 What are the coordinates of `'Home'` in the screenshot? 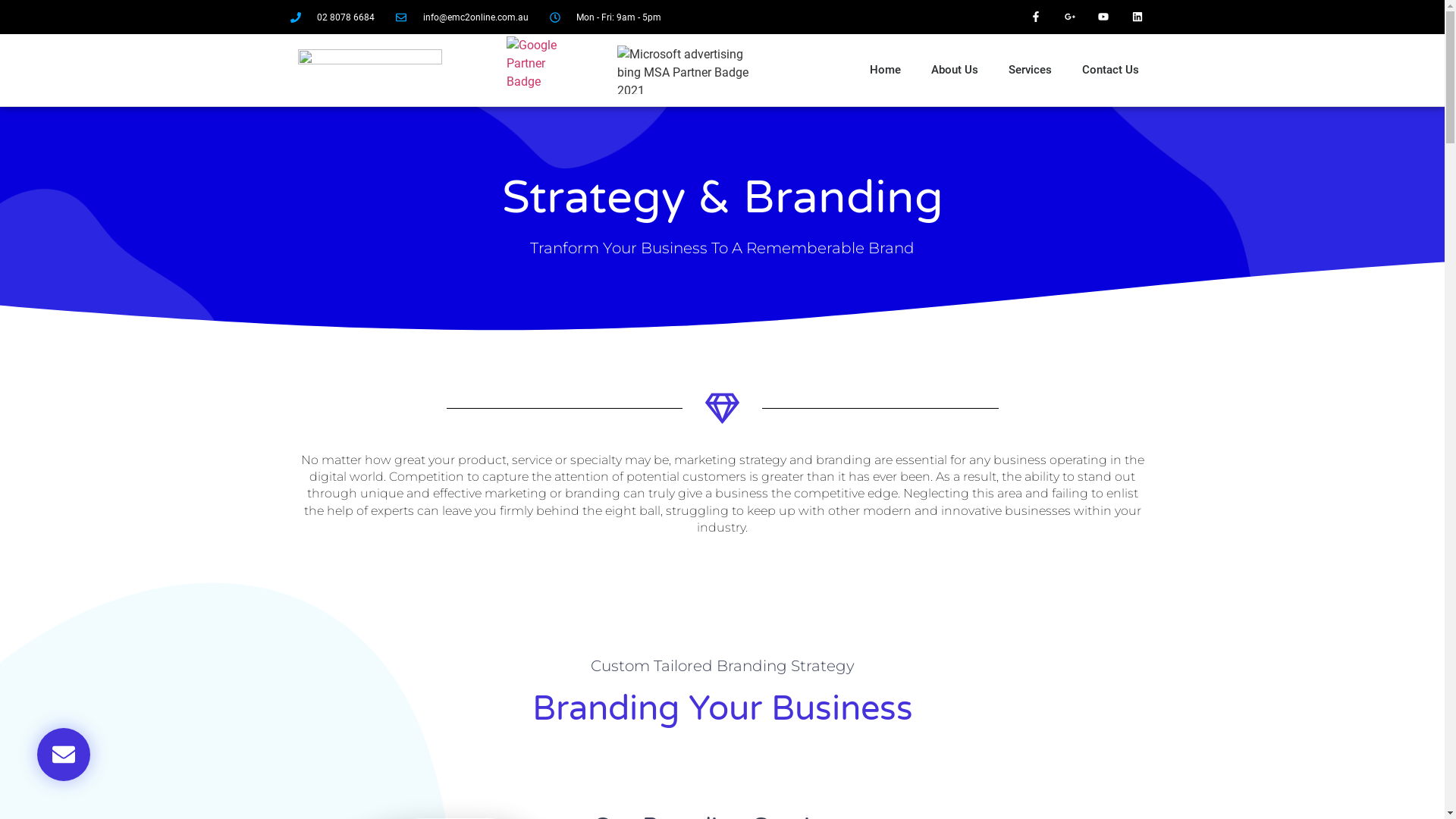 It's located at (885, 70).